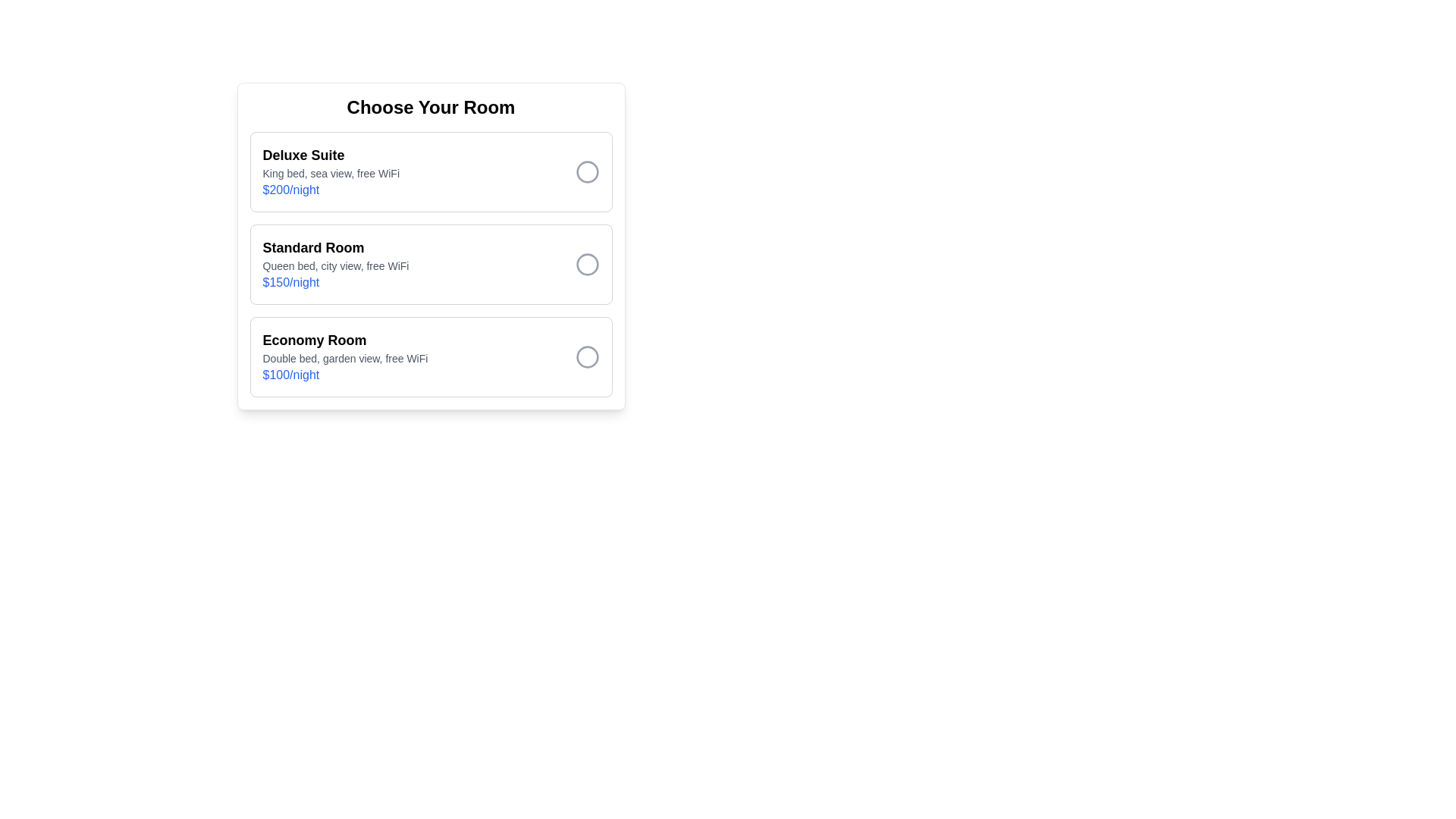 The height and width of the screenshot is (819, 1456). What do you see at coordinates (334, 265) in the screenshot?
I see `the text label displaying 'Queen bed, city view, free WiFi', which is positioned below the 'Standard Room' title and above the price '$150/night'` at bounding box center [334, 265].